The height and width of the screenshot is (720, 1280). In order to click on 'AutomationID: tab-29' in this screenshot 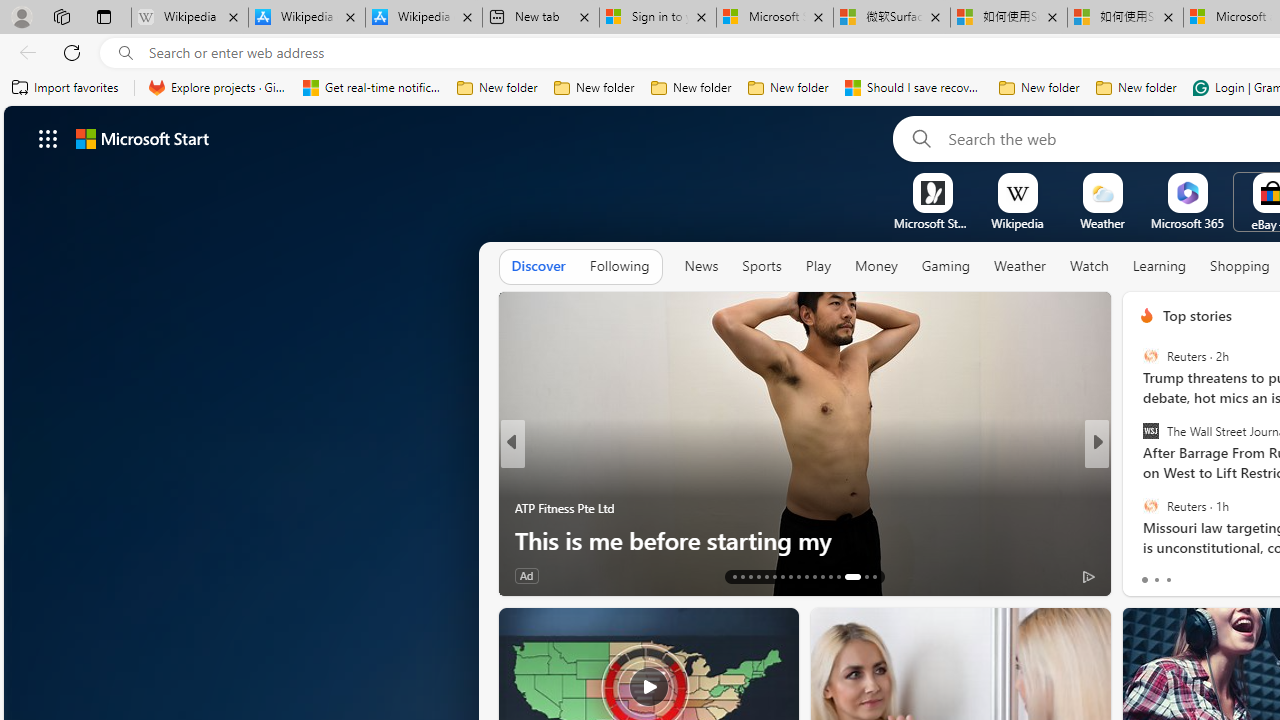, I will do `click(874, 577)`.